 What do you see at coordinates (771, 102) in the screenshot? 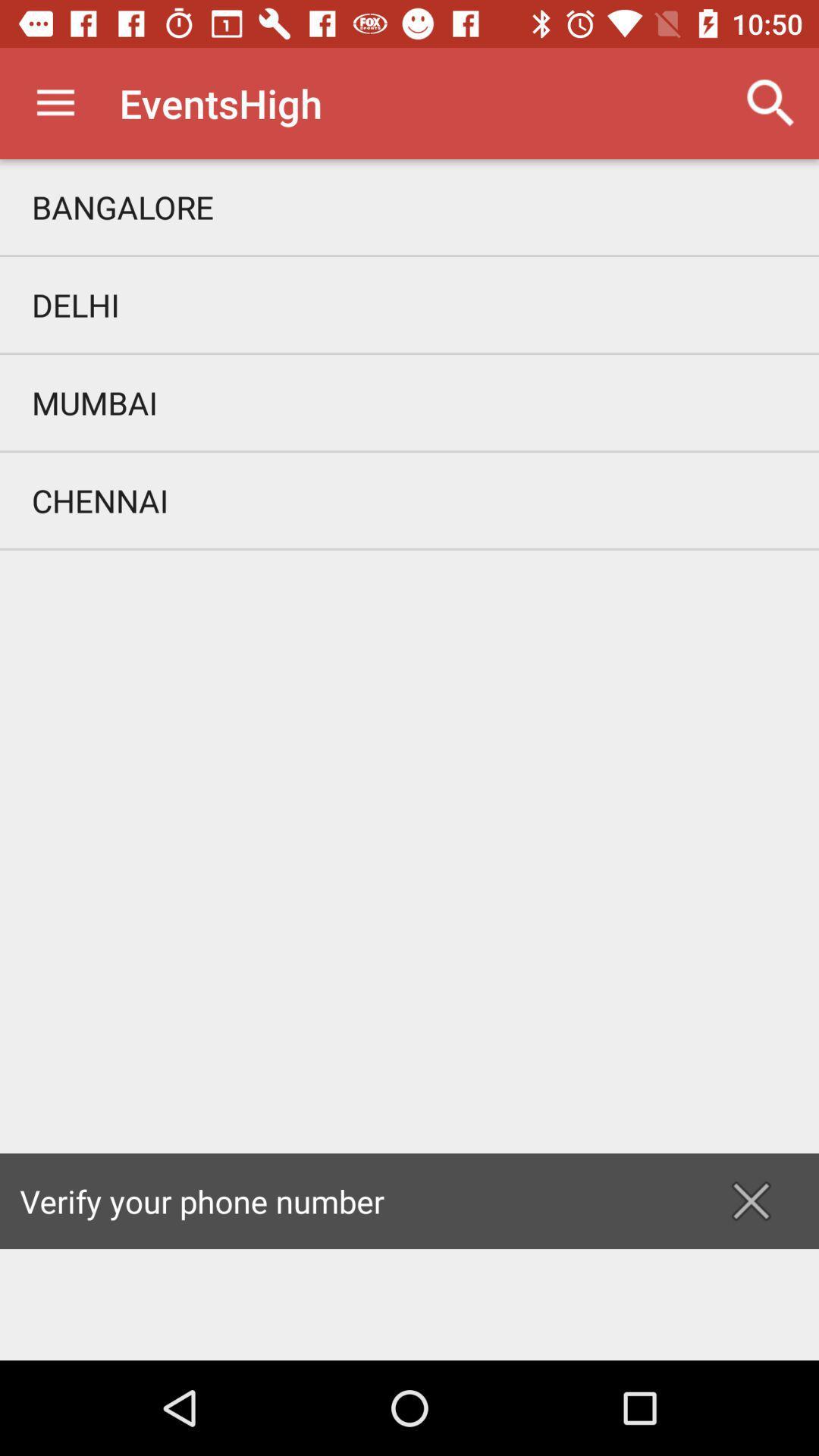
I see `item above the bangalore` at bounding box center [771, 102].